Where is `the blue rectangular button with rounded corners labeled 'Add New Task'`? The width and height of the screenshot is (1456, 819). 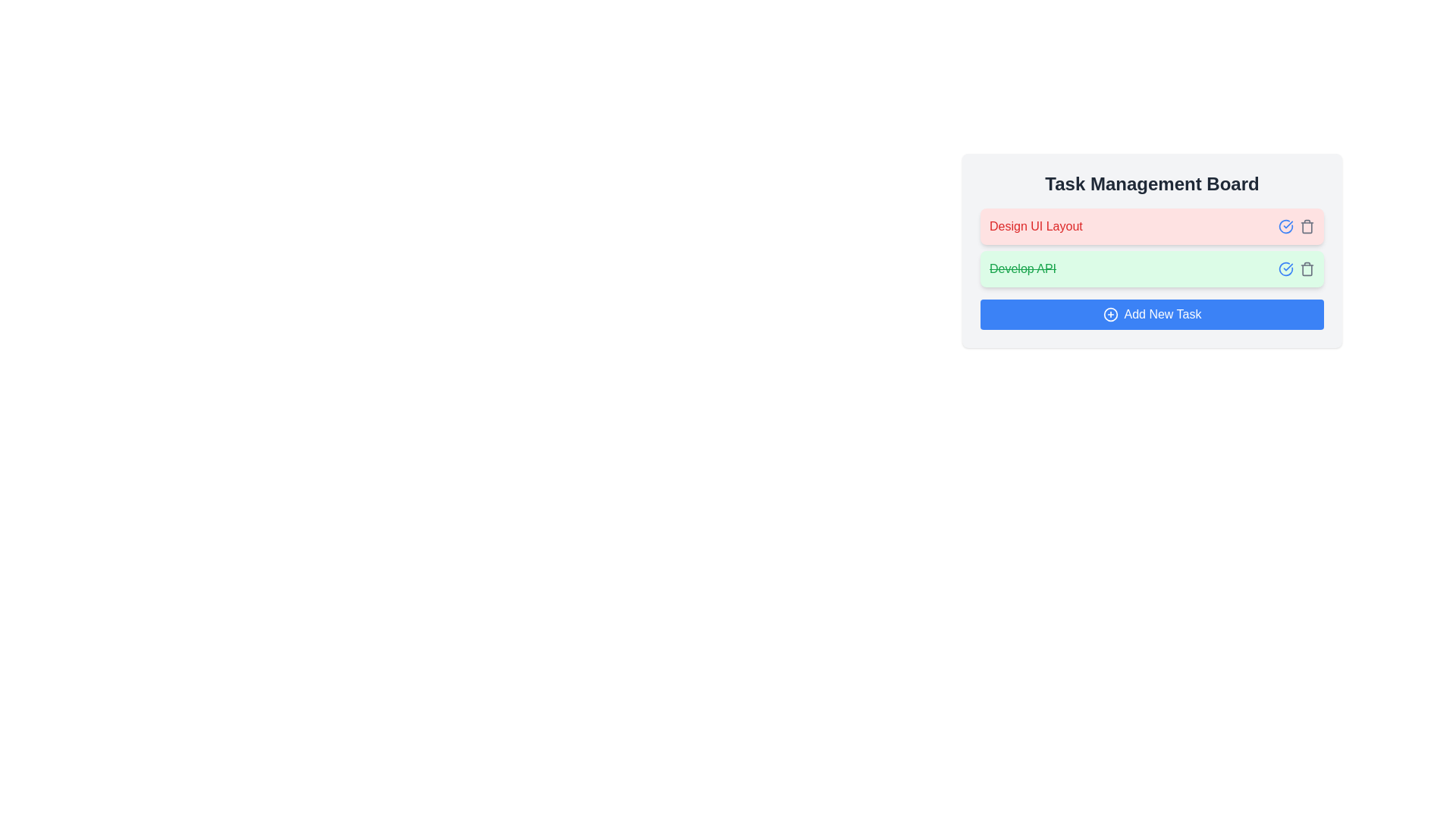 the blue rectangular button with rounded corners labeled 'Add New Task' is located at coordinates (1152, 314).